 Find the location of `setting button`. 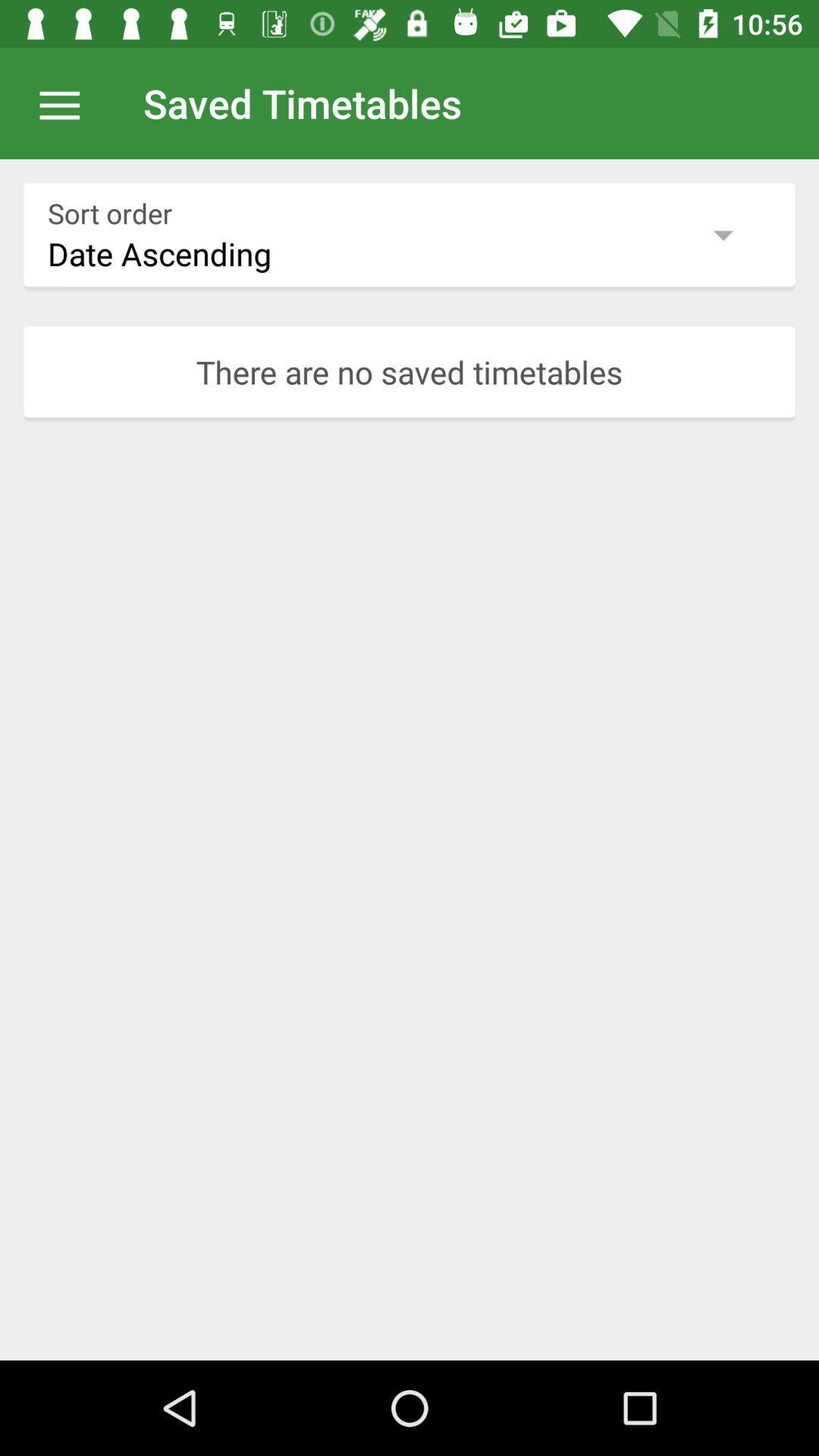

setting button is located at coordinates (67, 102).